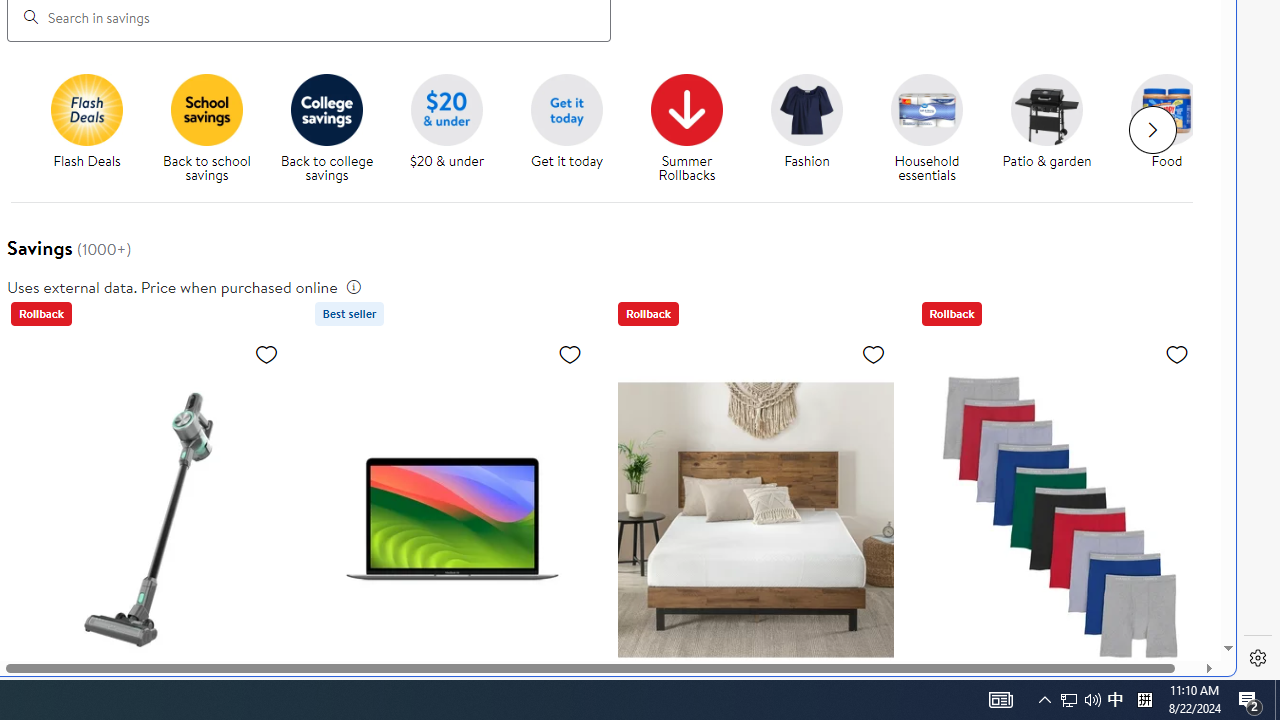 This screenshot has width=1280, height=720. Describe the element at coordinates (926, 129) in the screenshot. I see `'Household essentials Household essentials'` at that location.